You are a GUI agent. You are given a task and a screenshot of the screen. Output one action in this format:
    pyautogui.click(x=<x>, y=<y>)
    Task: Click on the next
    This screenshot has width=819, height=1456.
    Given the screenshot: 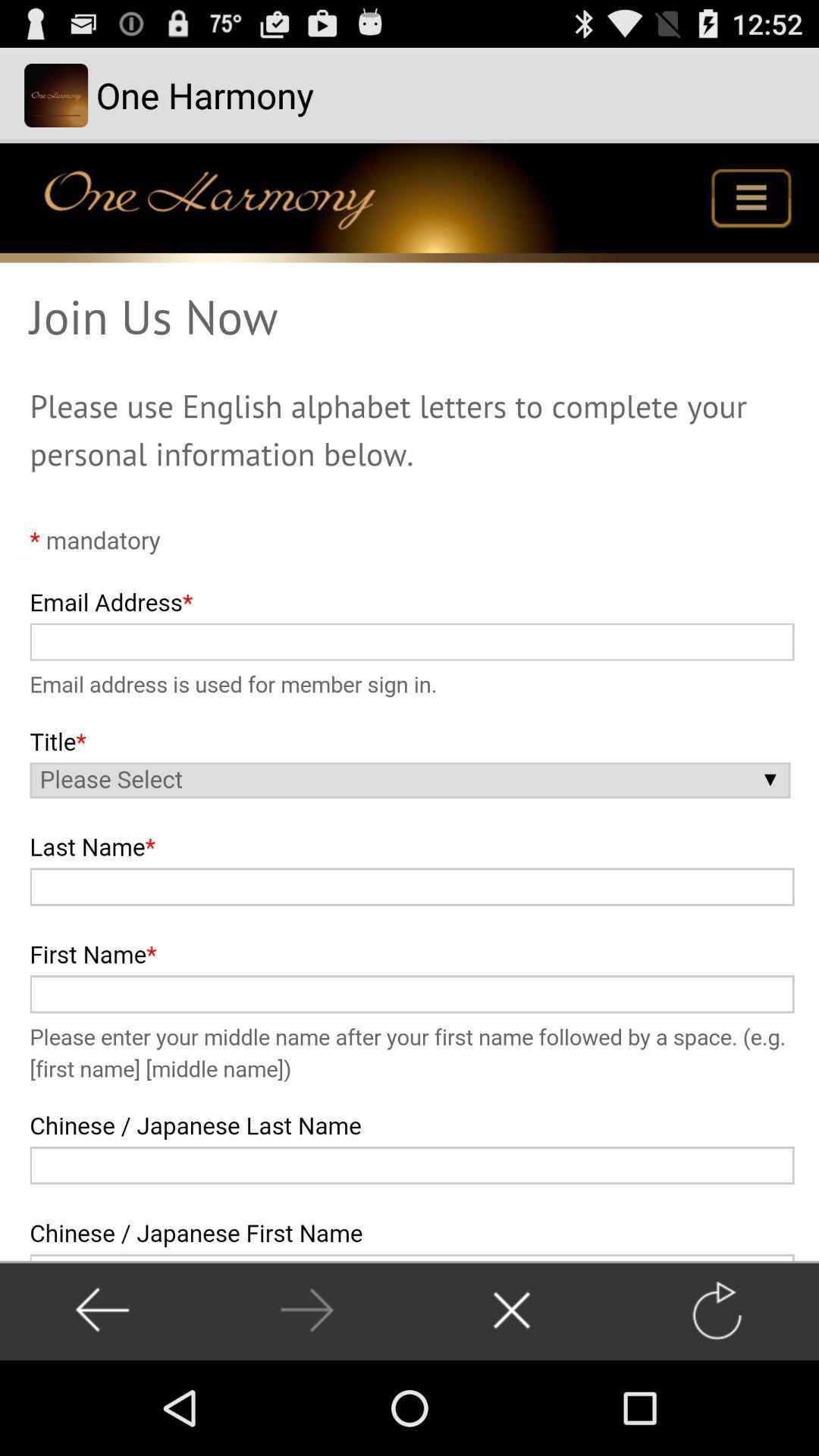 What is the action you would take?
    pyautogui.click(x=307, y=1310)
    